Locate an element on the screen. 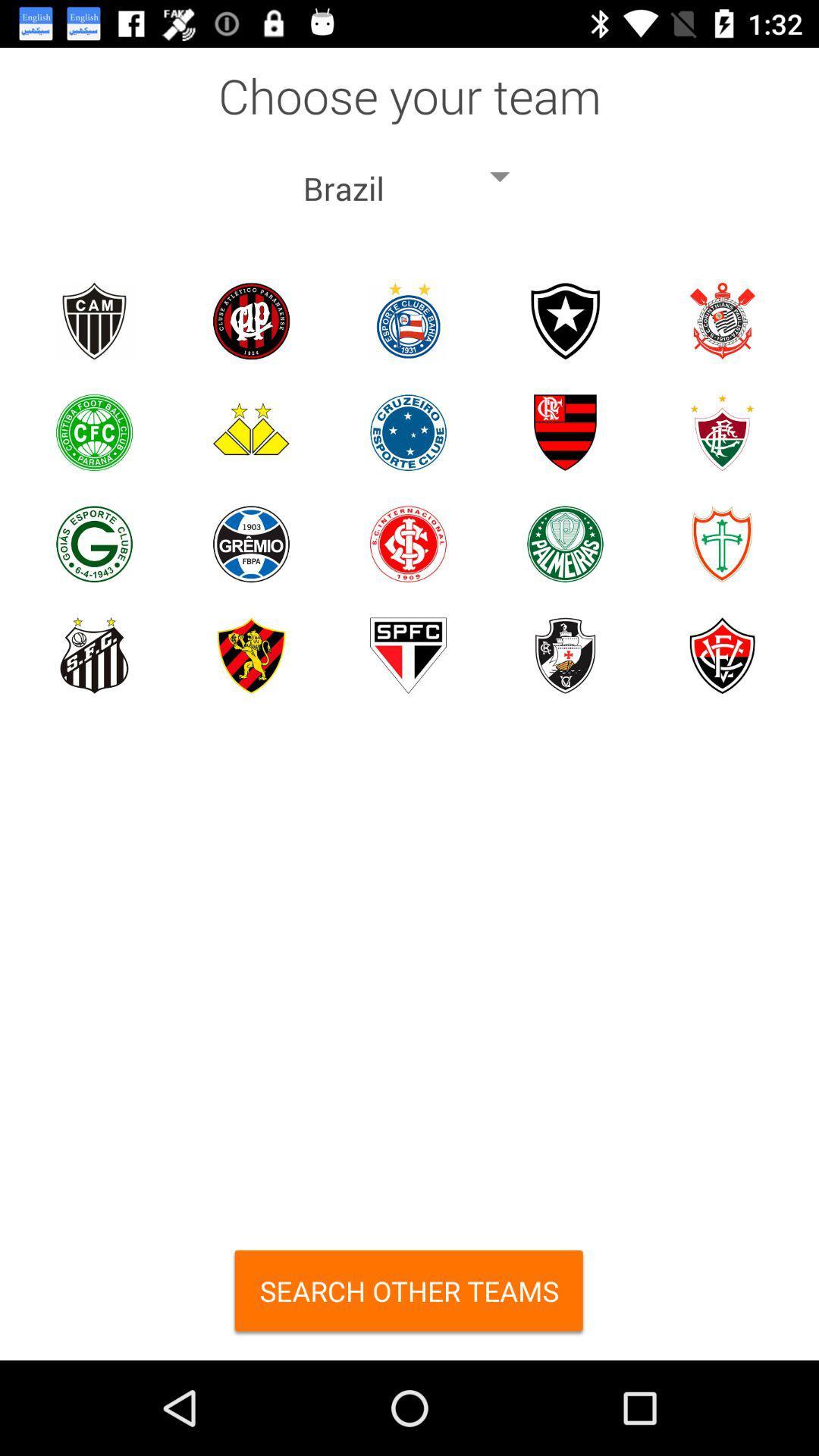 Image resolution: width=819 pixels, height=1456 pixels. choose team is located at coordinates (94, 431).